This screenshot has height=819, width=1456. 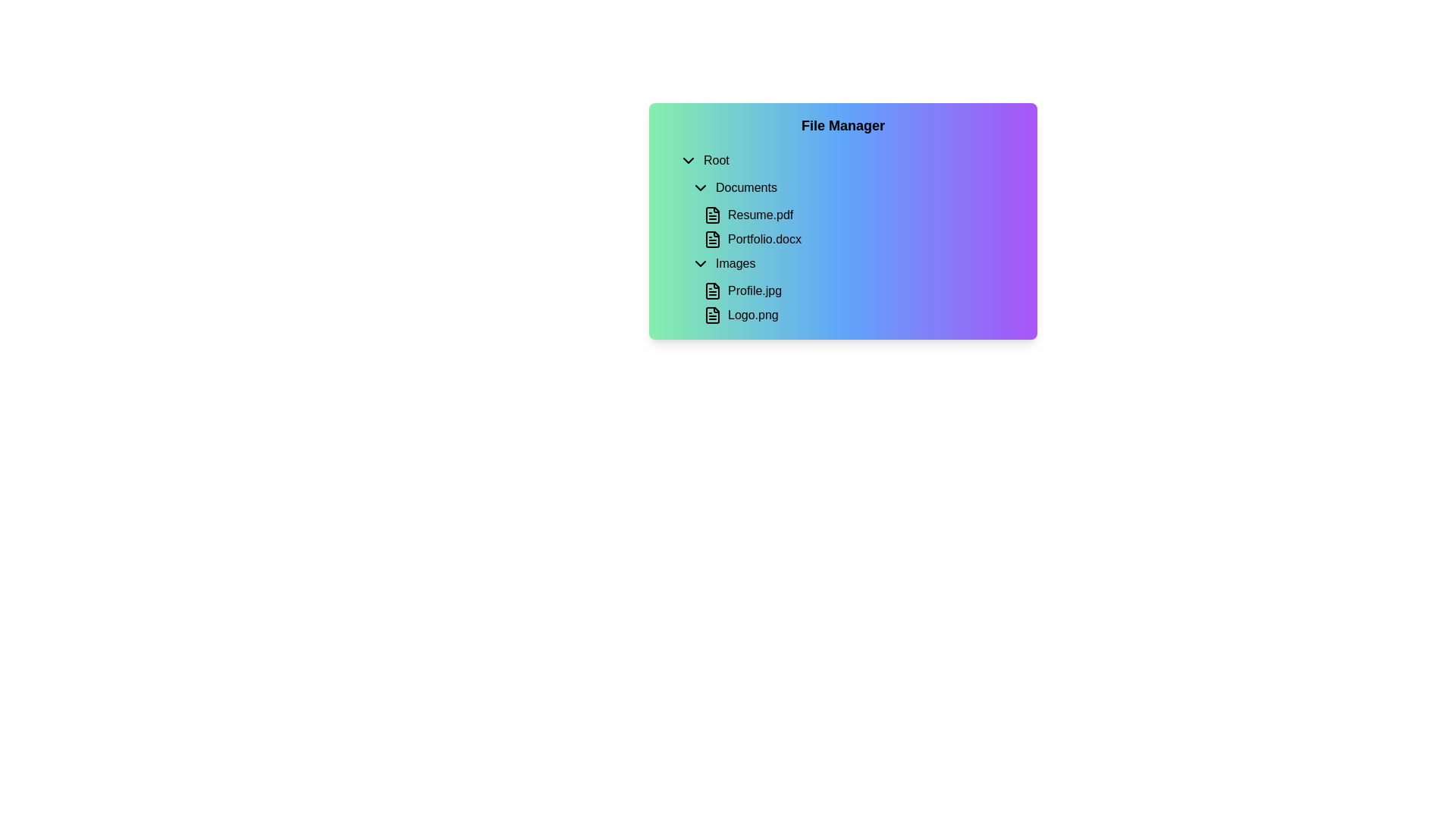 I want to click on the text label representing the file 'Portfolio.docx' in the file manager, so click(x=764, y=239).